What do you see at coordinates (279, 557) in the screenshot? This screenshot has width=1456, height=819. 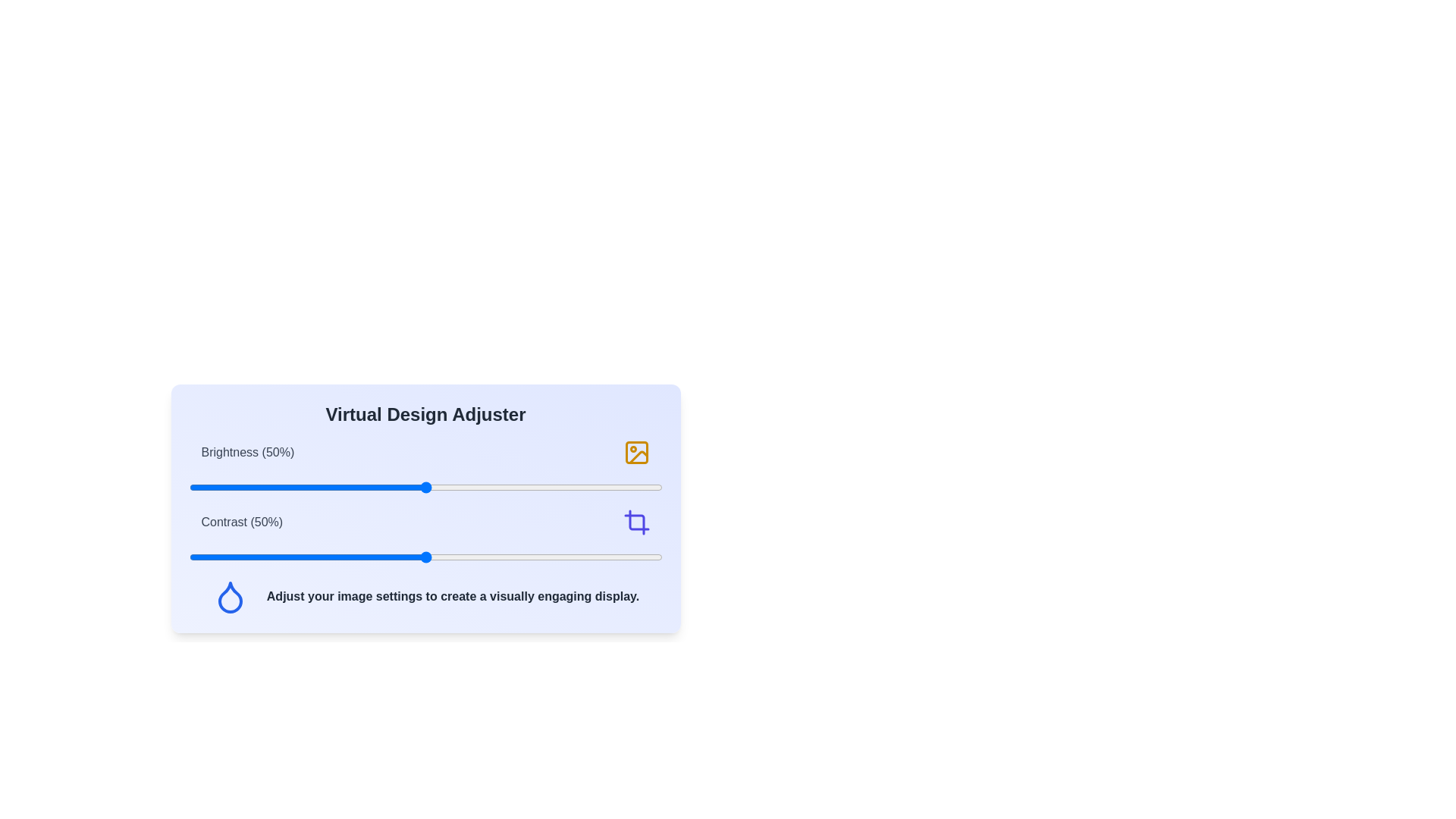 I see `the contrast slider to set the contrast level to 19` at bounding box center [279, 557].